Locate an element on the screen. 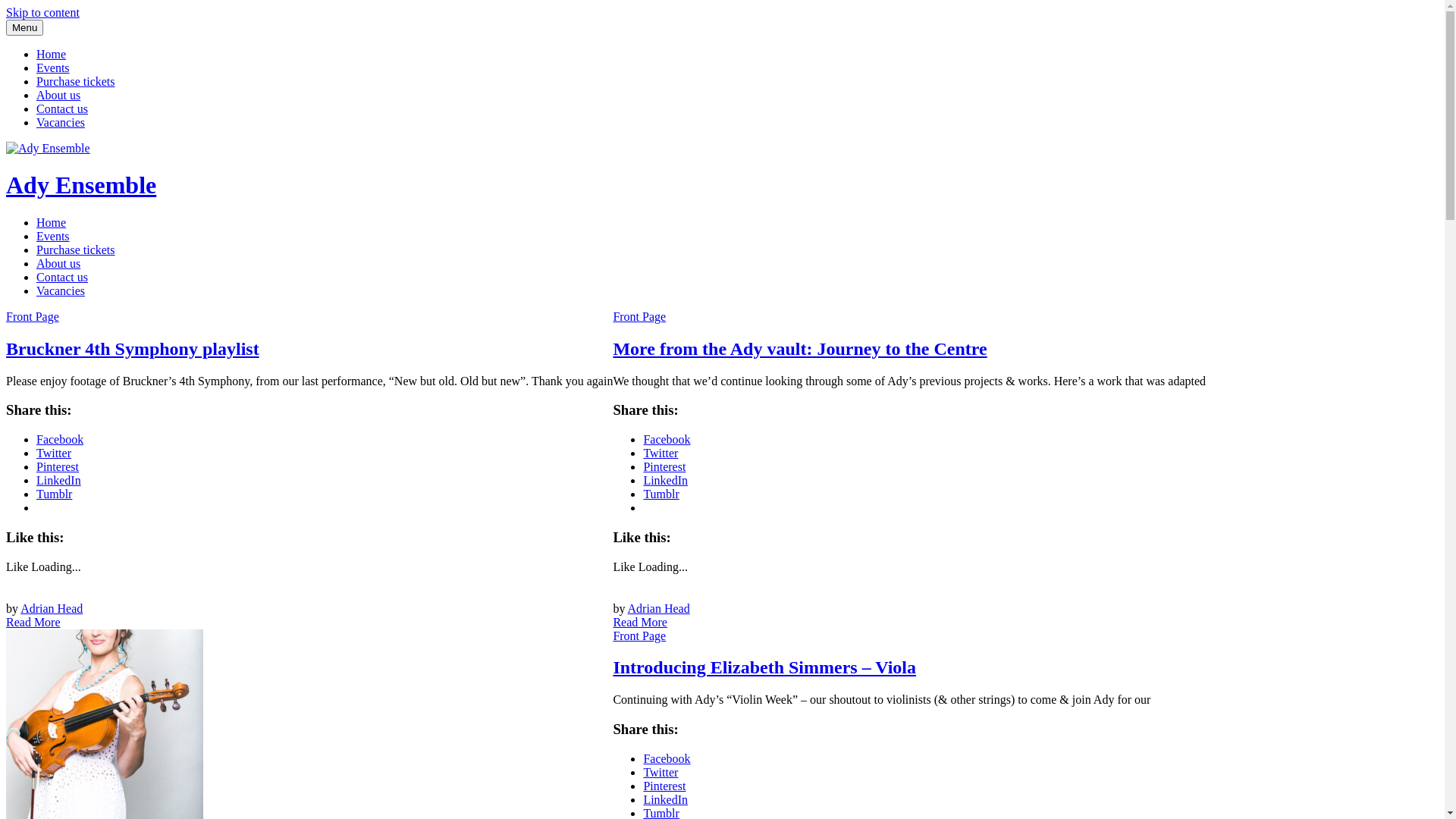 This screenshot has width=1456, height=819. 'Facebook' is located at coordinates (666, 758).